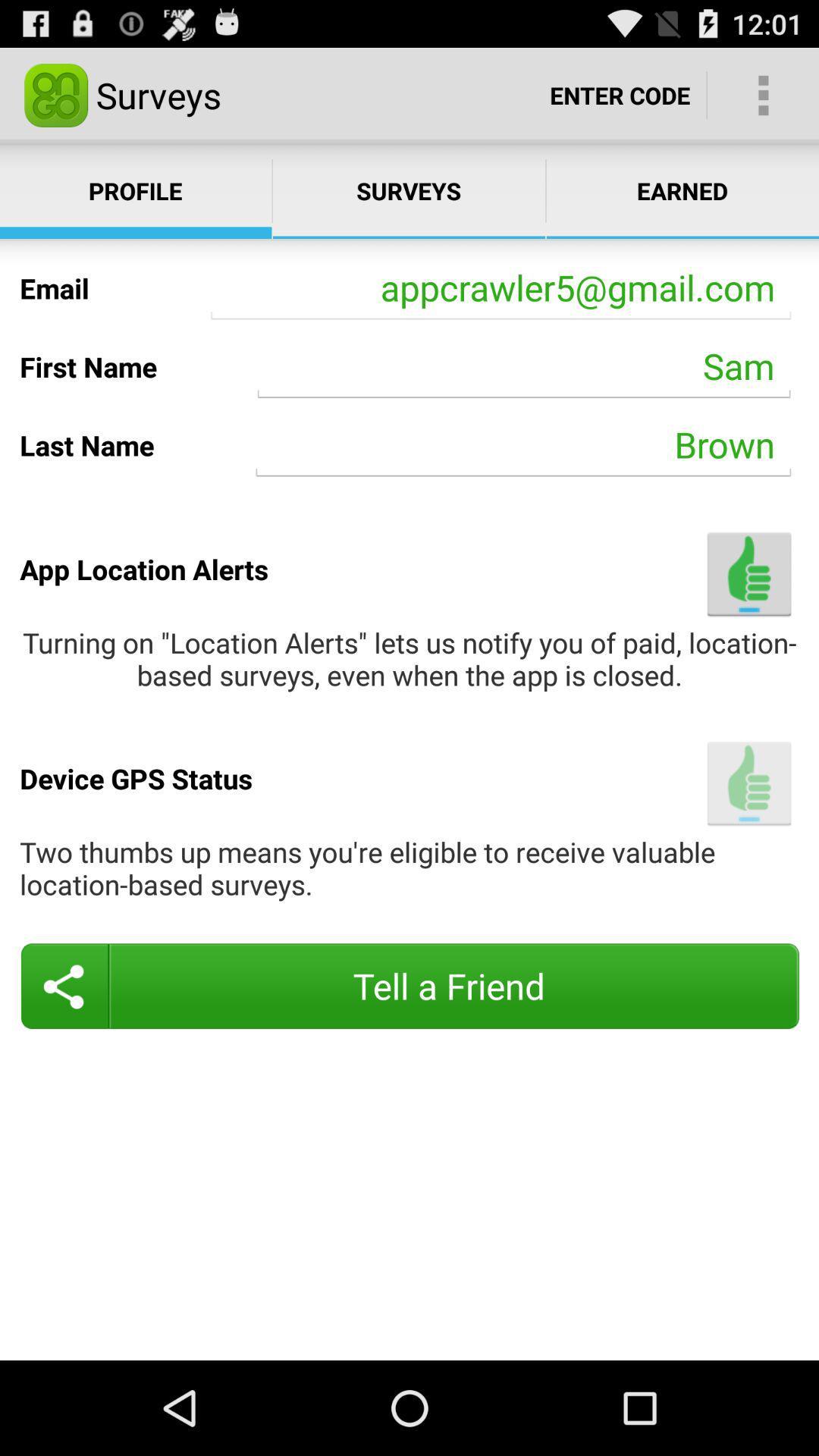 This screenshot has height=1456, width=819. Describe the element at coordinates (763, 94) in the screenshot. I see `the icon next to the enter code icon` at that location.